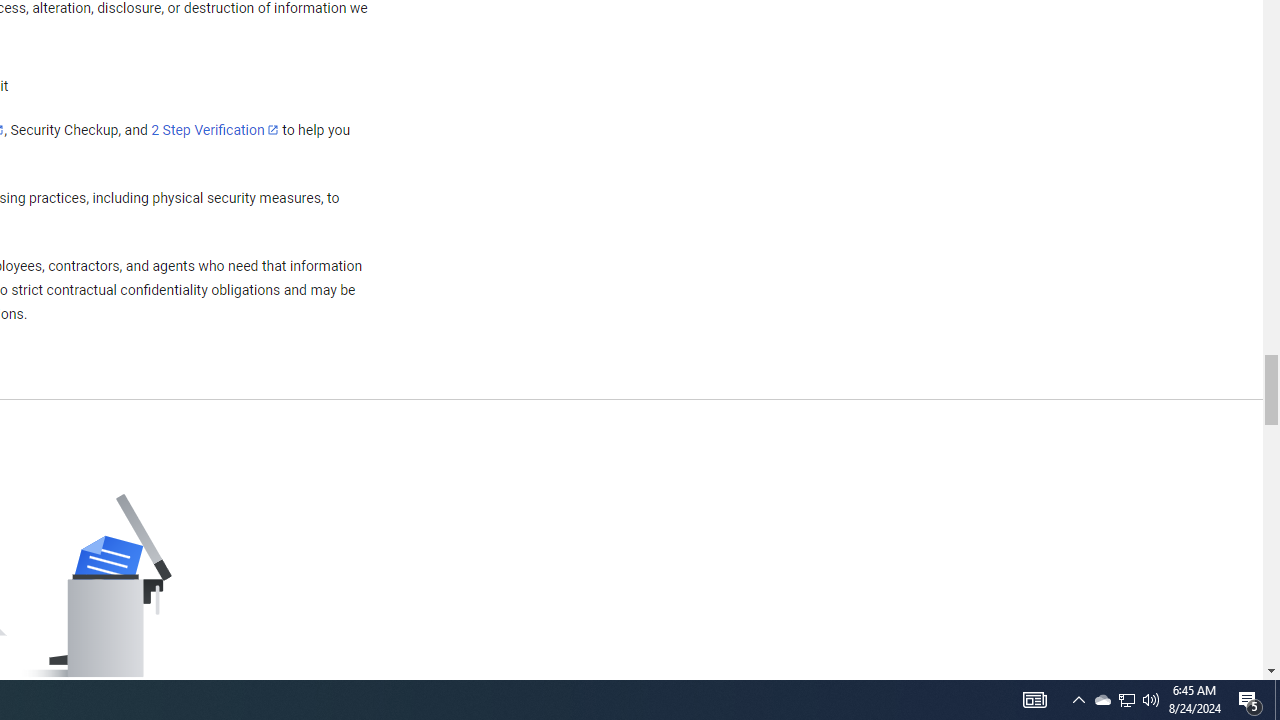  I want to click on '2 Step Verification', so click(215, 129).